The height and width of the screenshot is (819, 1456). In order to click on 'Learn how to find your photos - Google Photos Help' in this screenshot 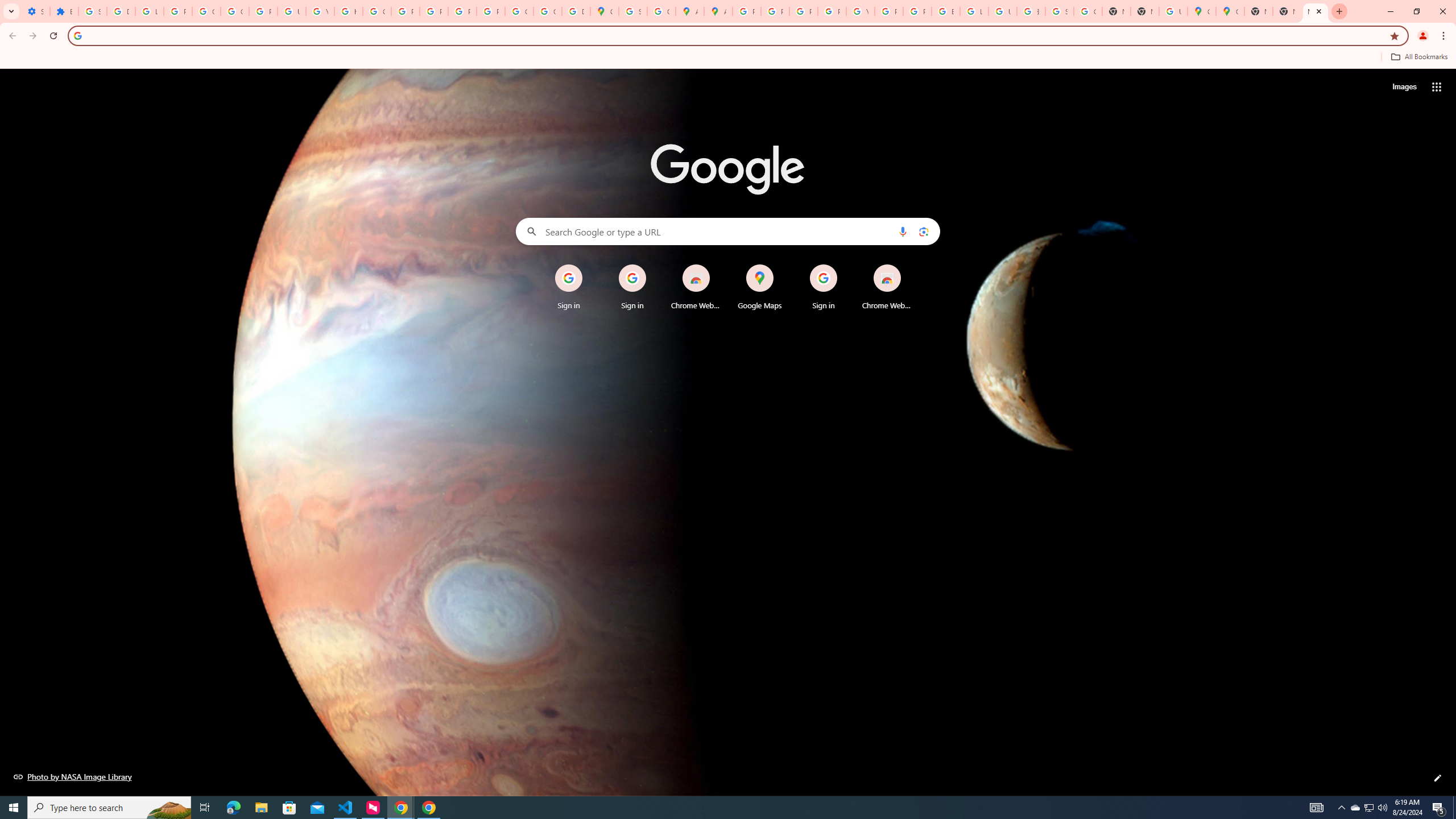, I will do `click(148, 11)`.